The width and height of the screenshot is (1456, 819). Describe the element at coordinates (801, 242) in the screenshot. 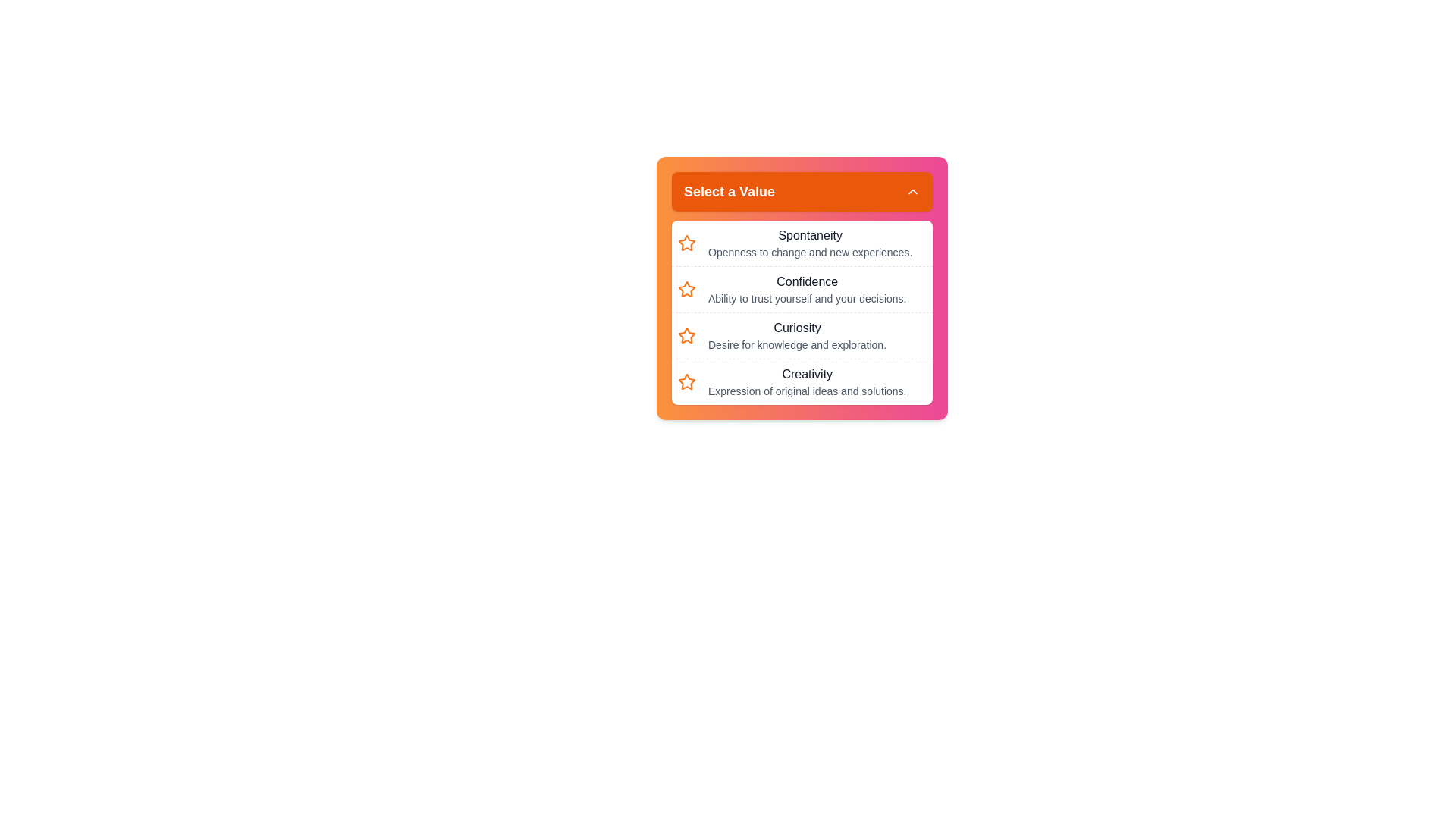

I see `the first List Item element, which contains an orange star icon on the left and two lines of text` at that location.